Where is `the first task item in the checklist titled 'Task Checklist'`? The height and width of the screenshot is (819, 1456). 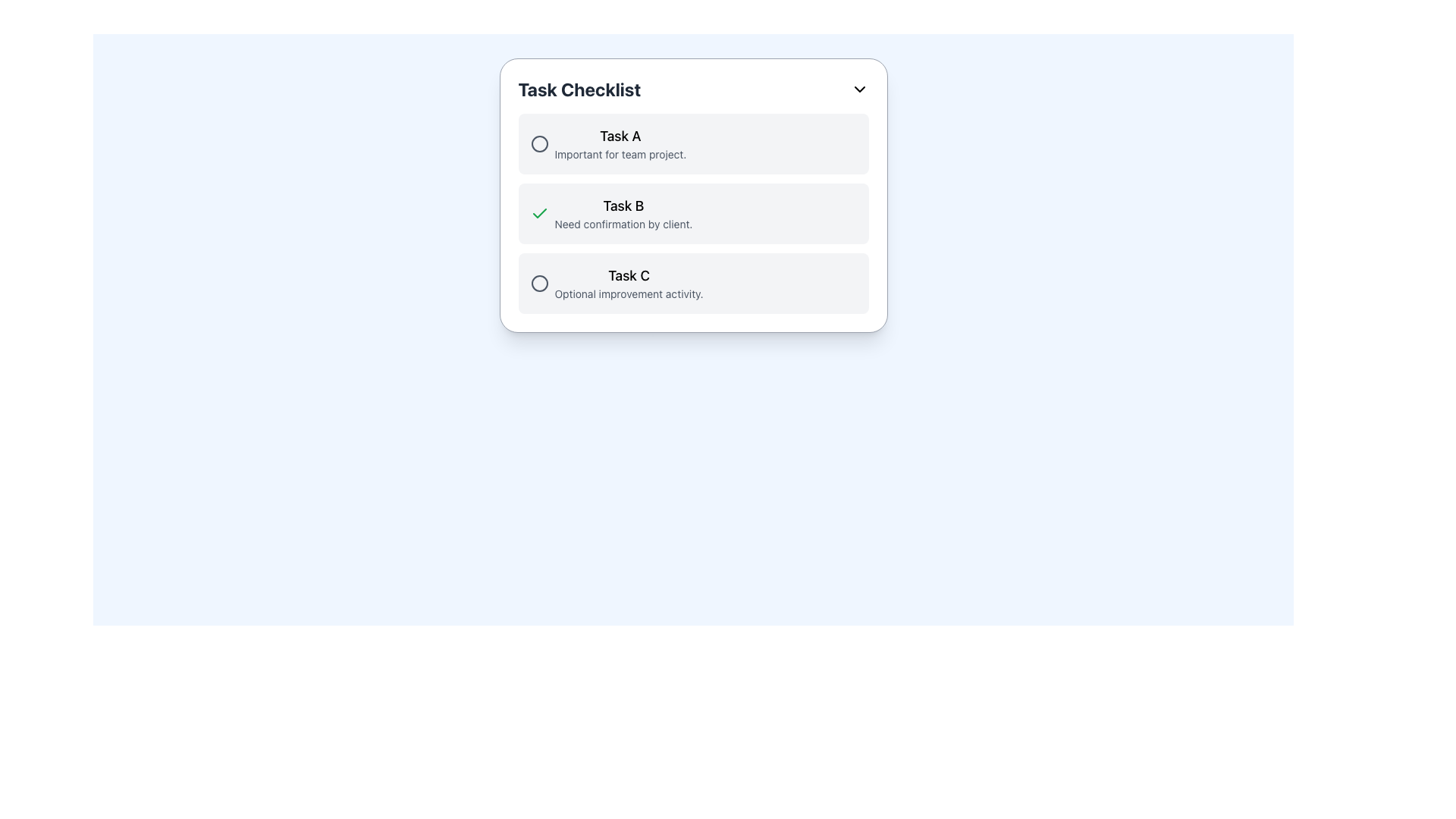 the first task item in the checklist titled 'Task Checklist' is located at coordinates (608, 143).